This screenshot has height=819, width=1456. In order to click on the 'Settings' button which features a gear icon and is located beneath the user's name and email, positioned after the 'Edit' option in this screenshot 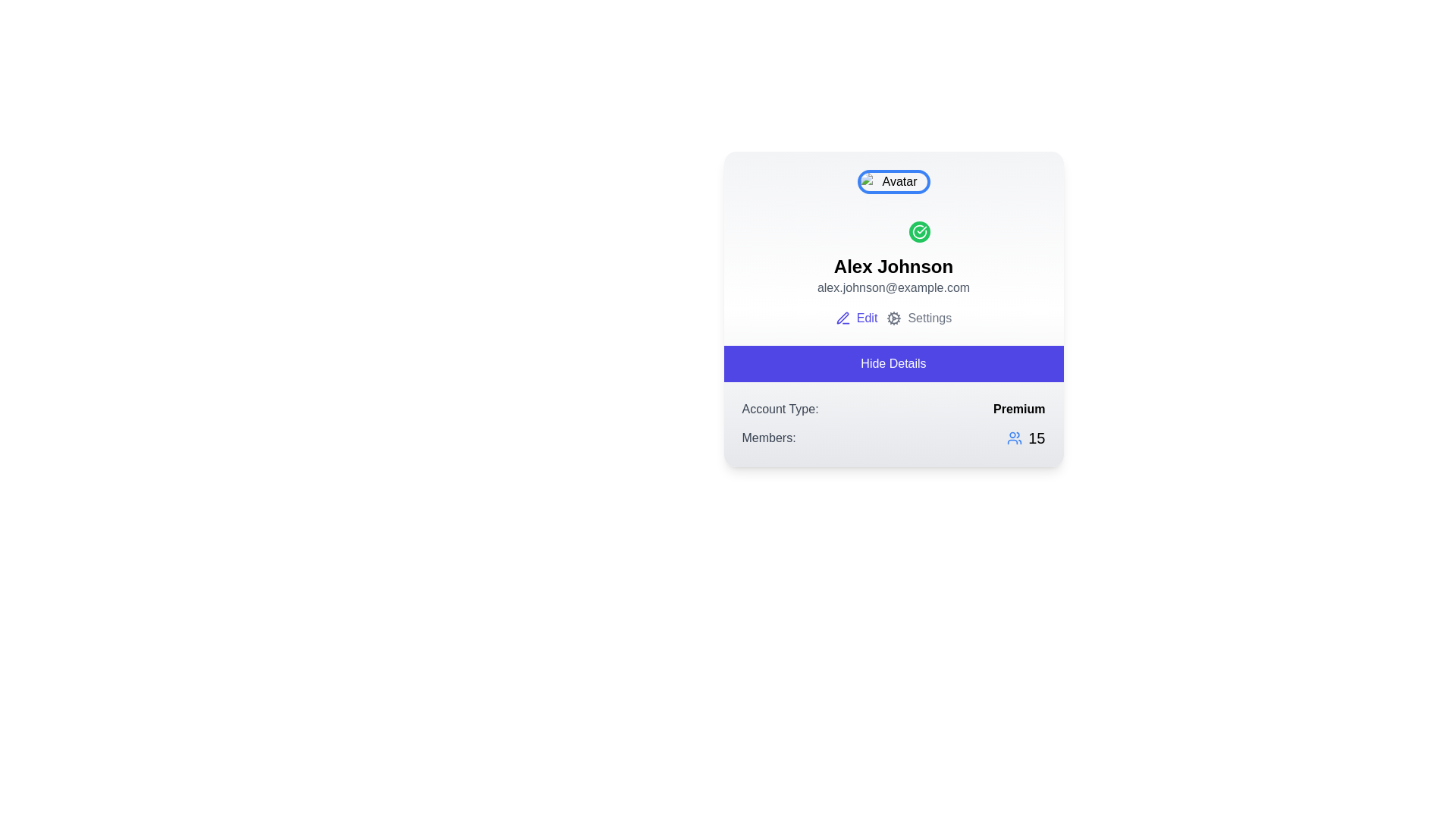, I will do `click(918, 318)`.